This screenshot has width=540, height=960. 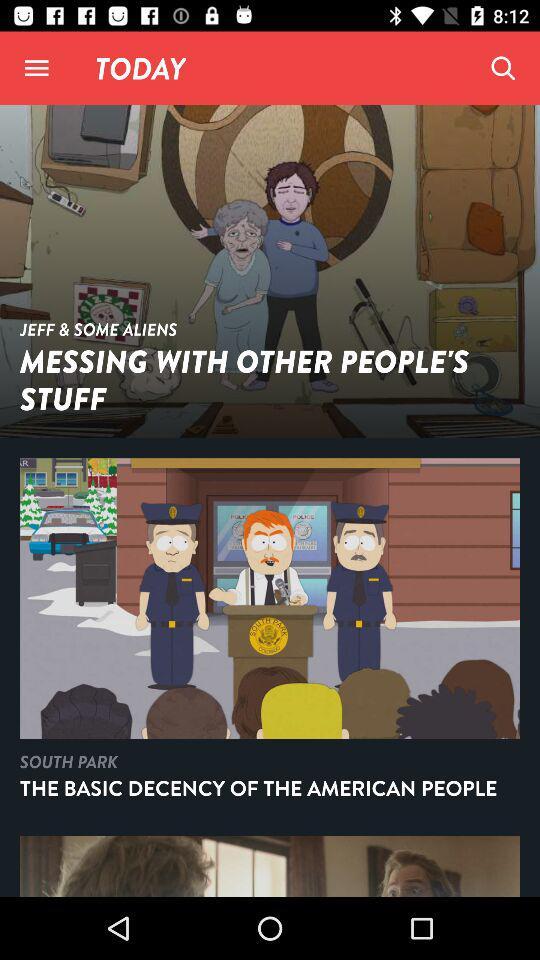 I want to click on menu button, so click(x=36, y=68).